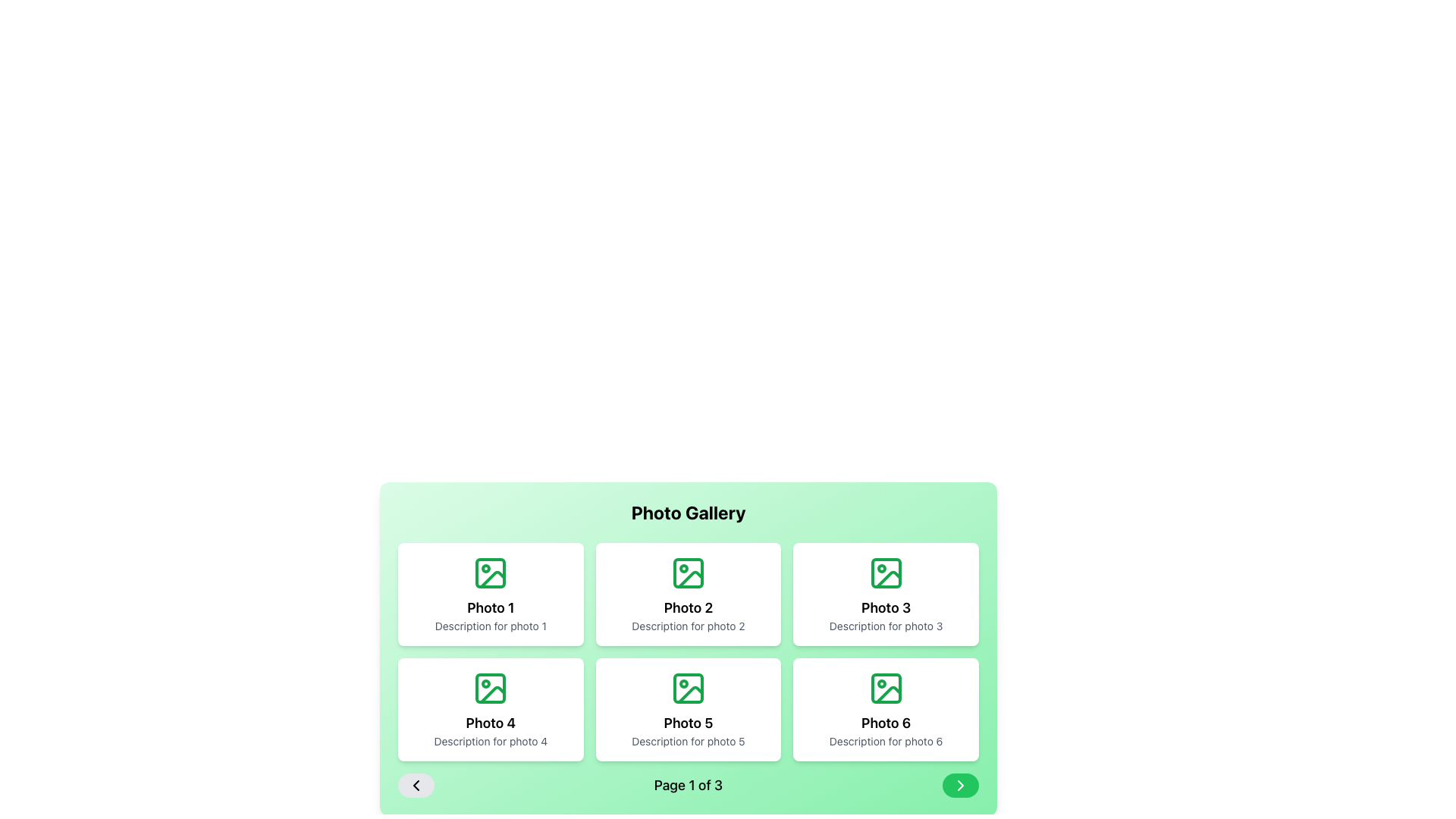 The image size is (1456, 819). Describe the element at coordinates (886, 688) in the screenshot. I see `the structural decorative rectangle element within the 'Photo 6' SVG icon in the bottom-right corner of the grid layout` at that location.